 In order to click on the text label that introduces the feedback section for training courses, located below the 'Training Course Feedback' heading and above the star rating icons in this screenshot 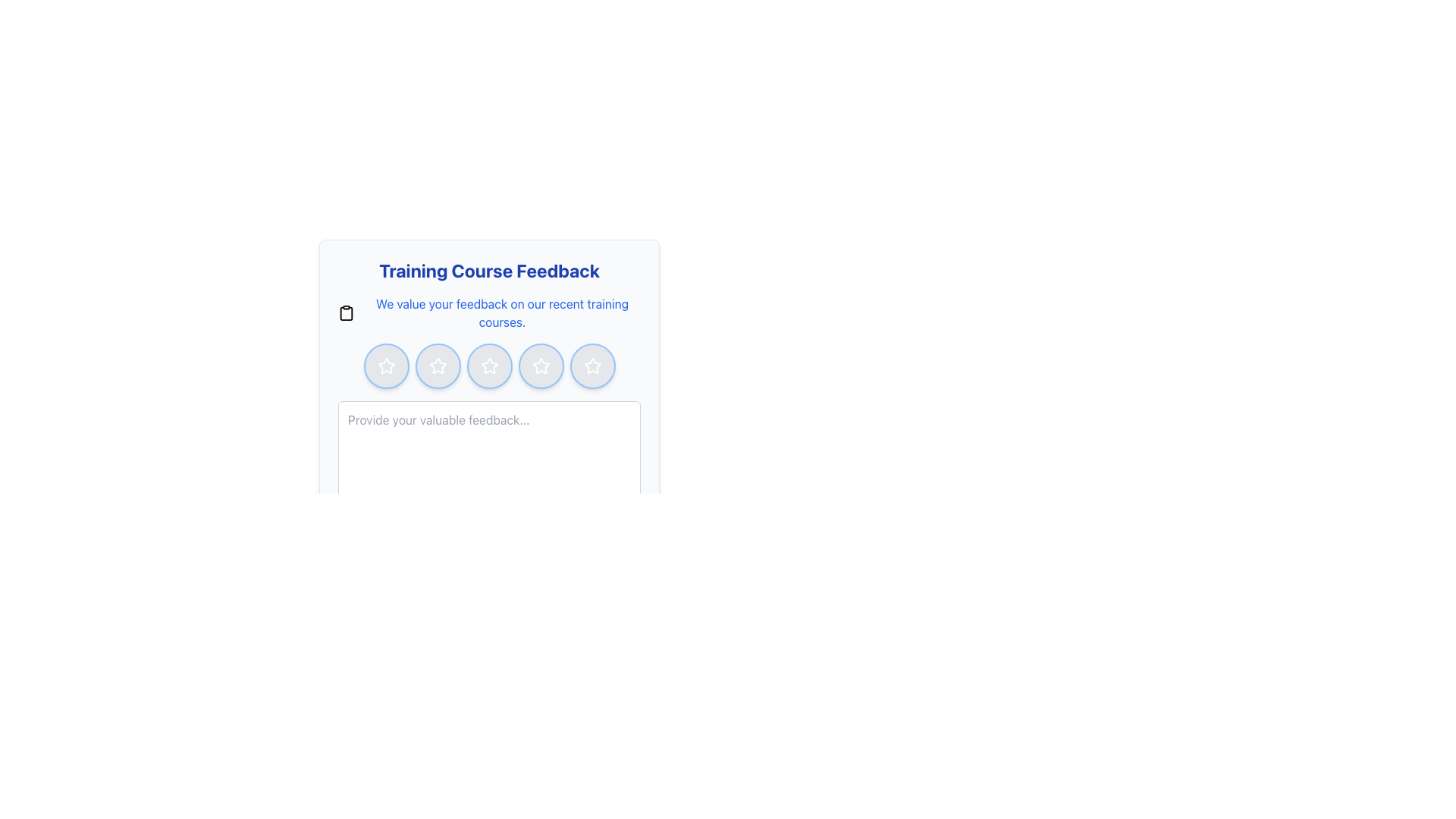, I will do `click(489, 312)`.